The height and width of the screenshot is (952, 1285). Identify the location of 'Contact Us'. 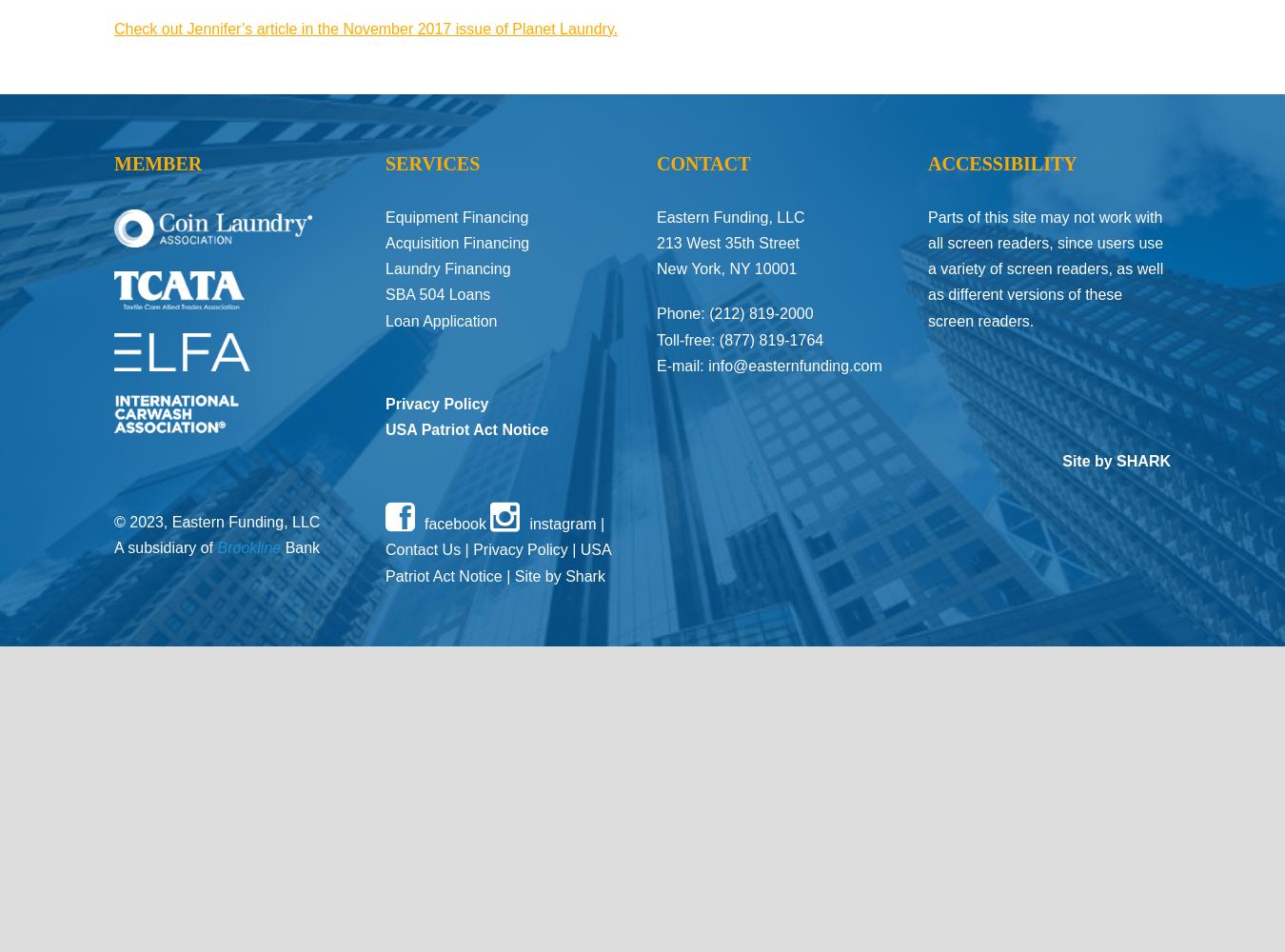
(423, 548).